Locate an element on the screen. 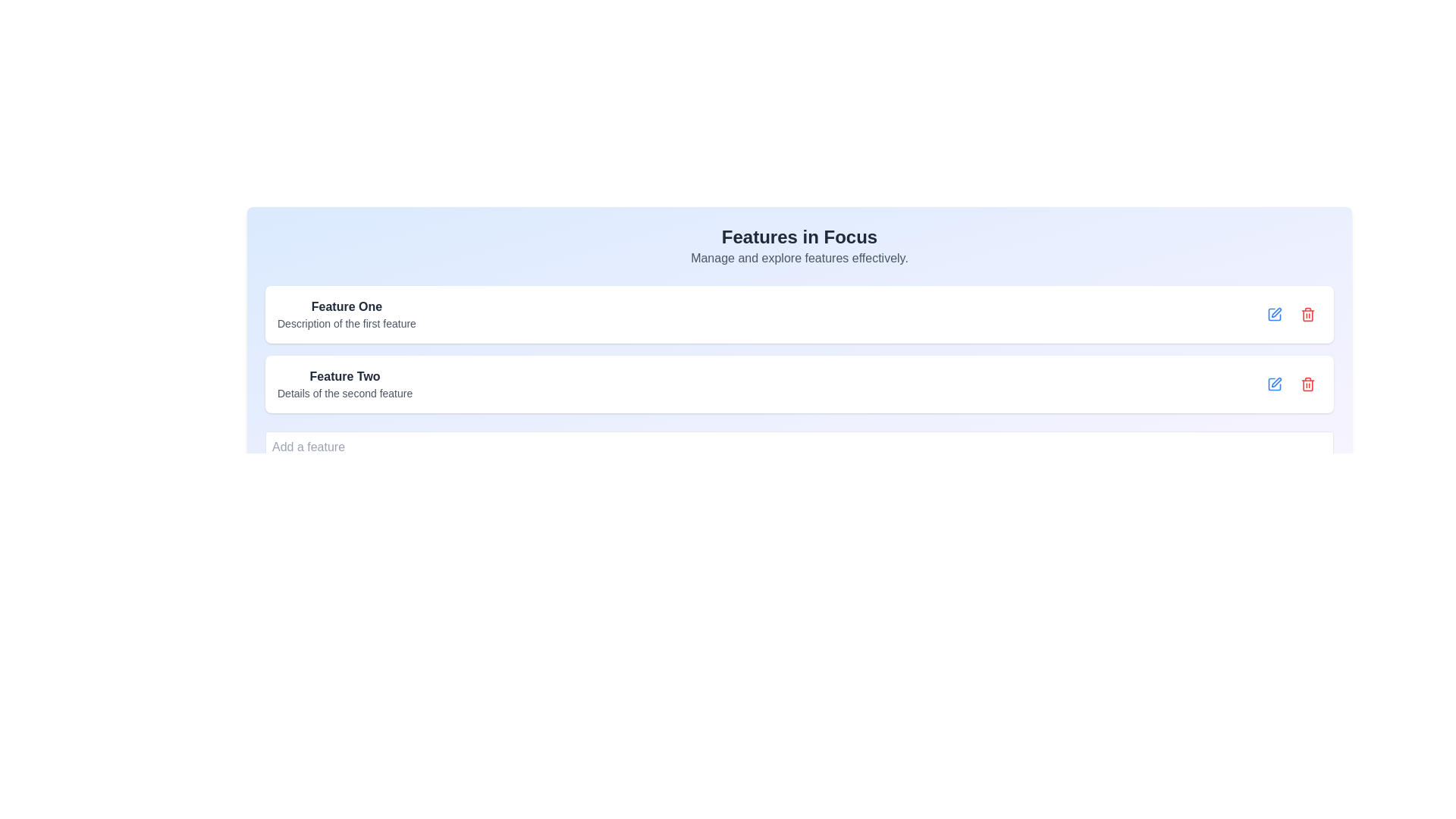 The width and height of the screenshot is (1456, 819). the edit button icon located in the second feature block on the right end, adjacent to the red trash icon is located at coordinates (1274, 383).